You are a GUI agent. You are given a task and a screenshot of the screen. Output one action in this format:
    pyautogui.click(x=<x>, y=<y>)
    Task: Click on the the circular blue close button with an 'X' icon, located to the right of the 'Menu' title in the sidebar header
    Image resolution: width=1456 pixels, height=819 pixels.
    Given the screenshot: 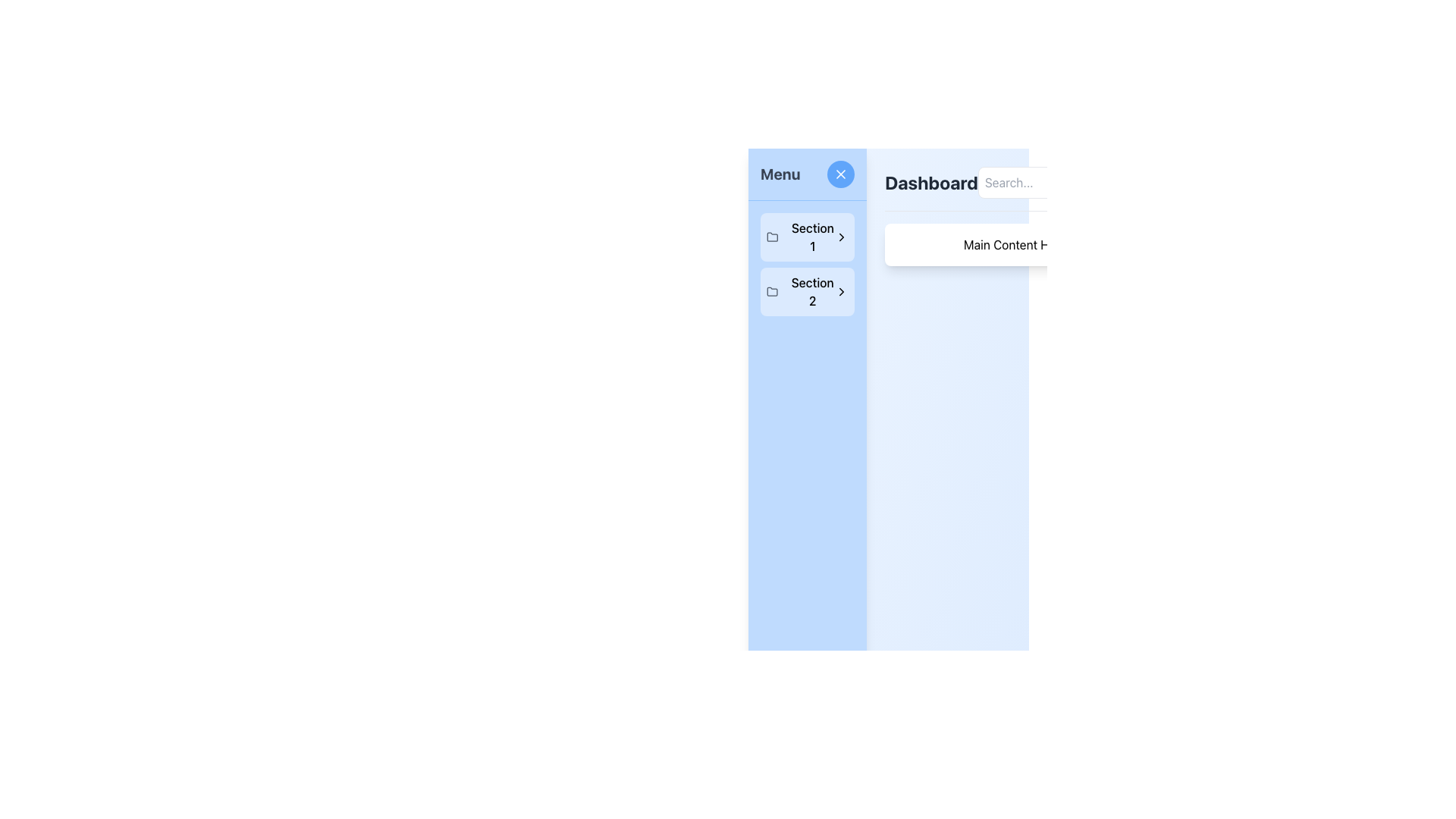 What is the action you would take?
    pyautogui.click(x=840, y=174)
    